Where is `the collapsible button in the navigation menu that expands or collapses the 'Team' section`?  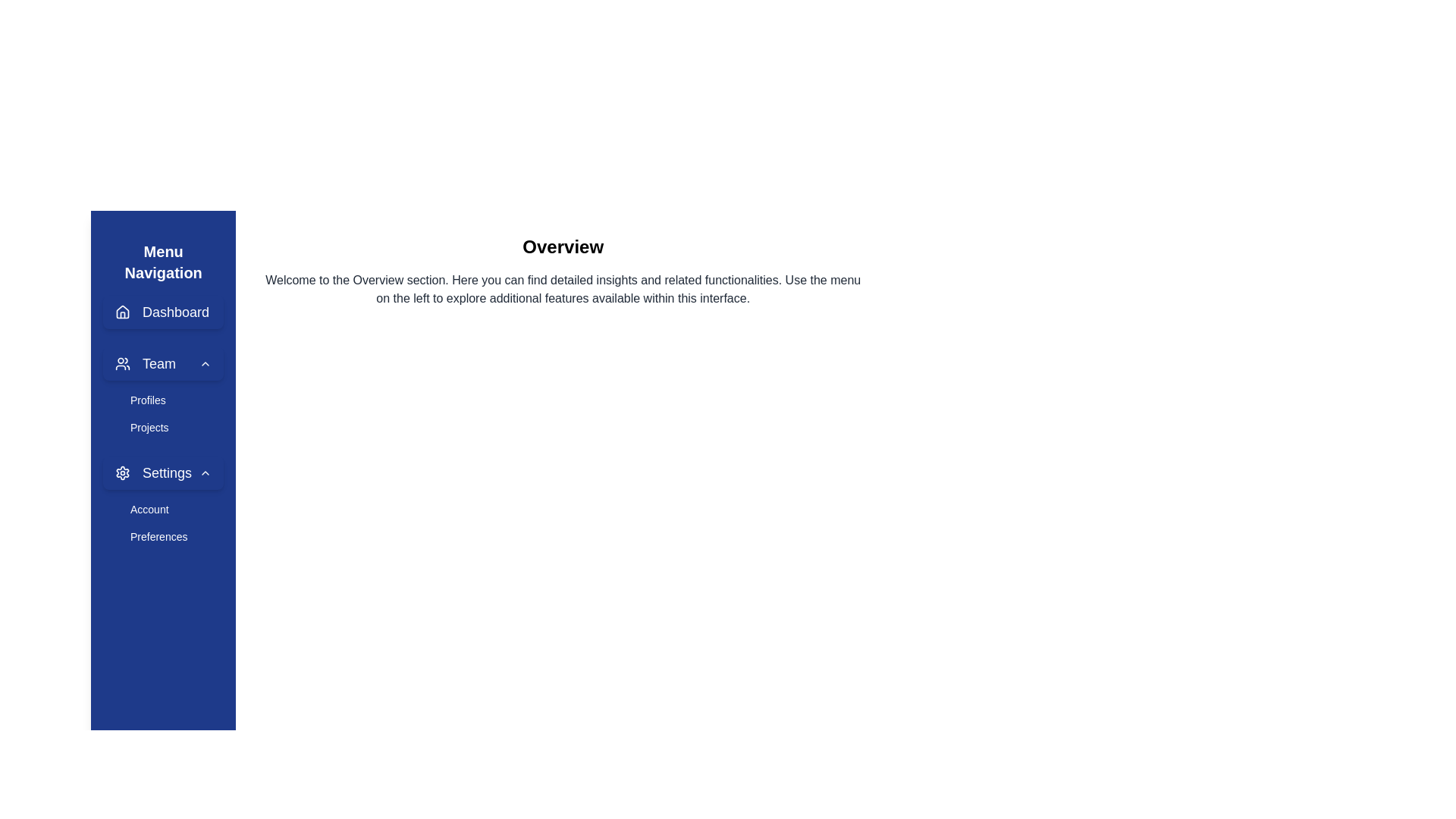
the collapsible button in the navigation menu that expands or collapses the 'Team' section is located at coordinates (163, 363).